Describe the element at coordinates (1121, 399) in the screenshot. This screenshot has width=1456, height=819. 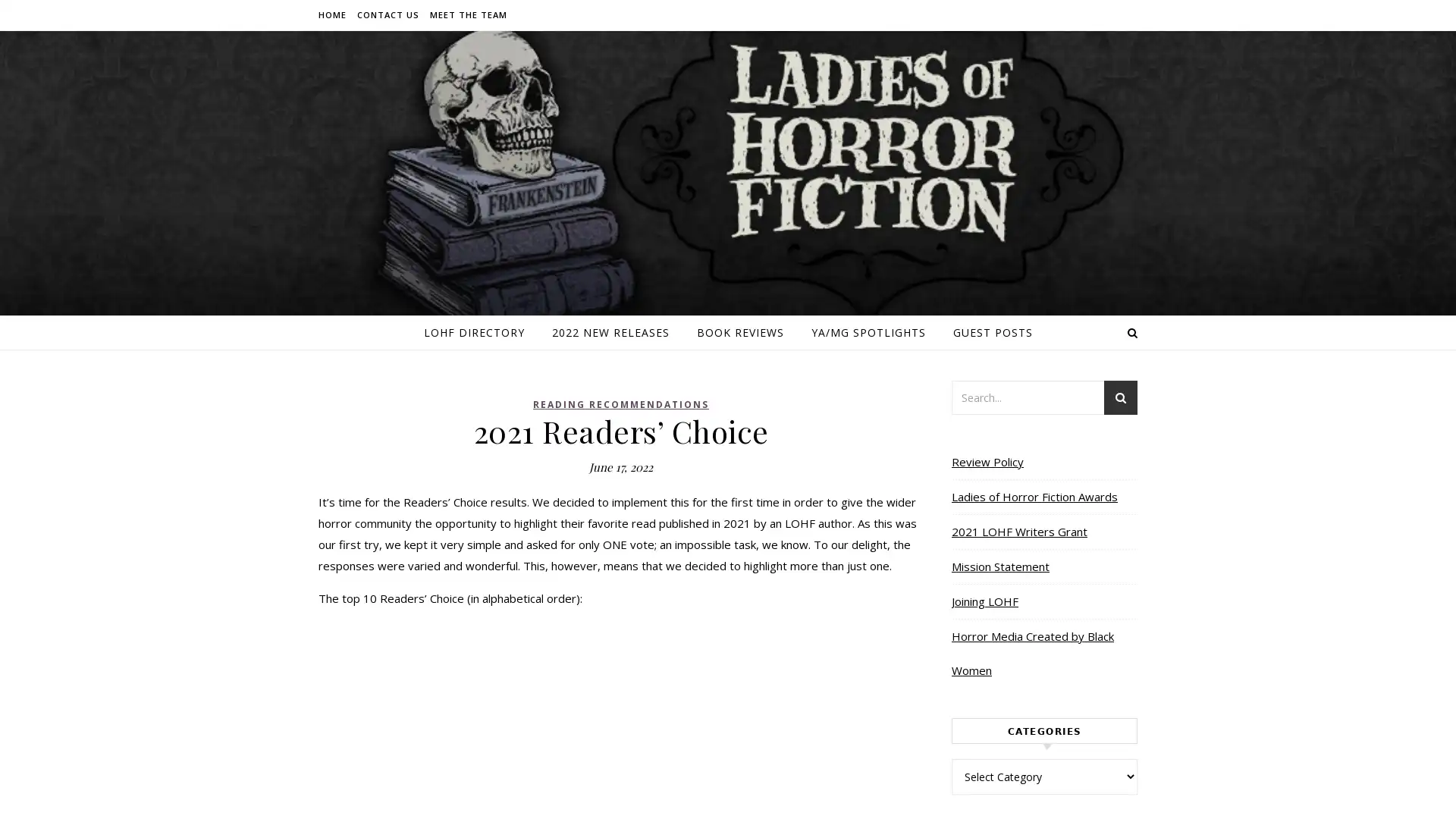
I see `st` at that location.